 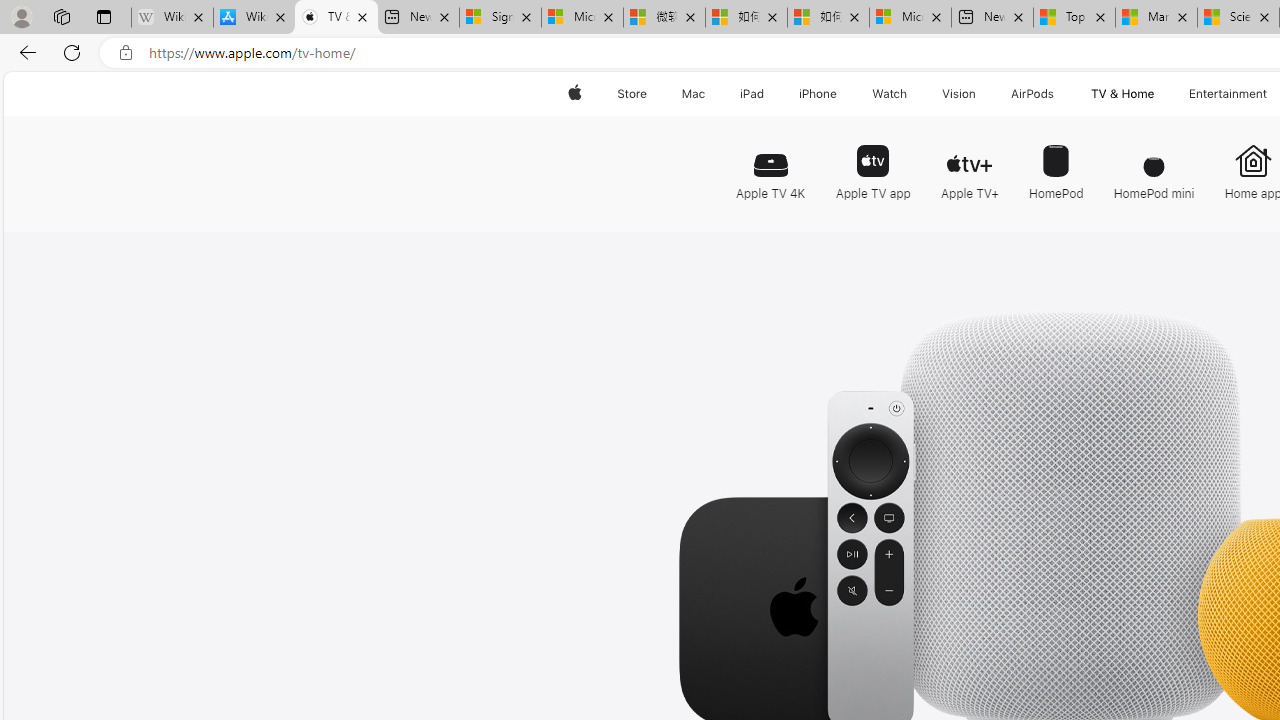 What do you see at coordinates (750, 93) in the screenshot?
I see `'iPad'` at bounding box center [750, 93].